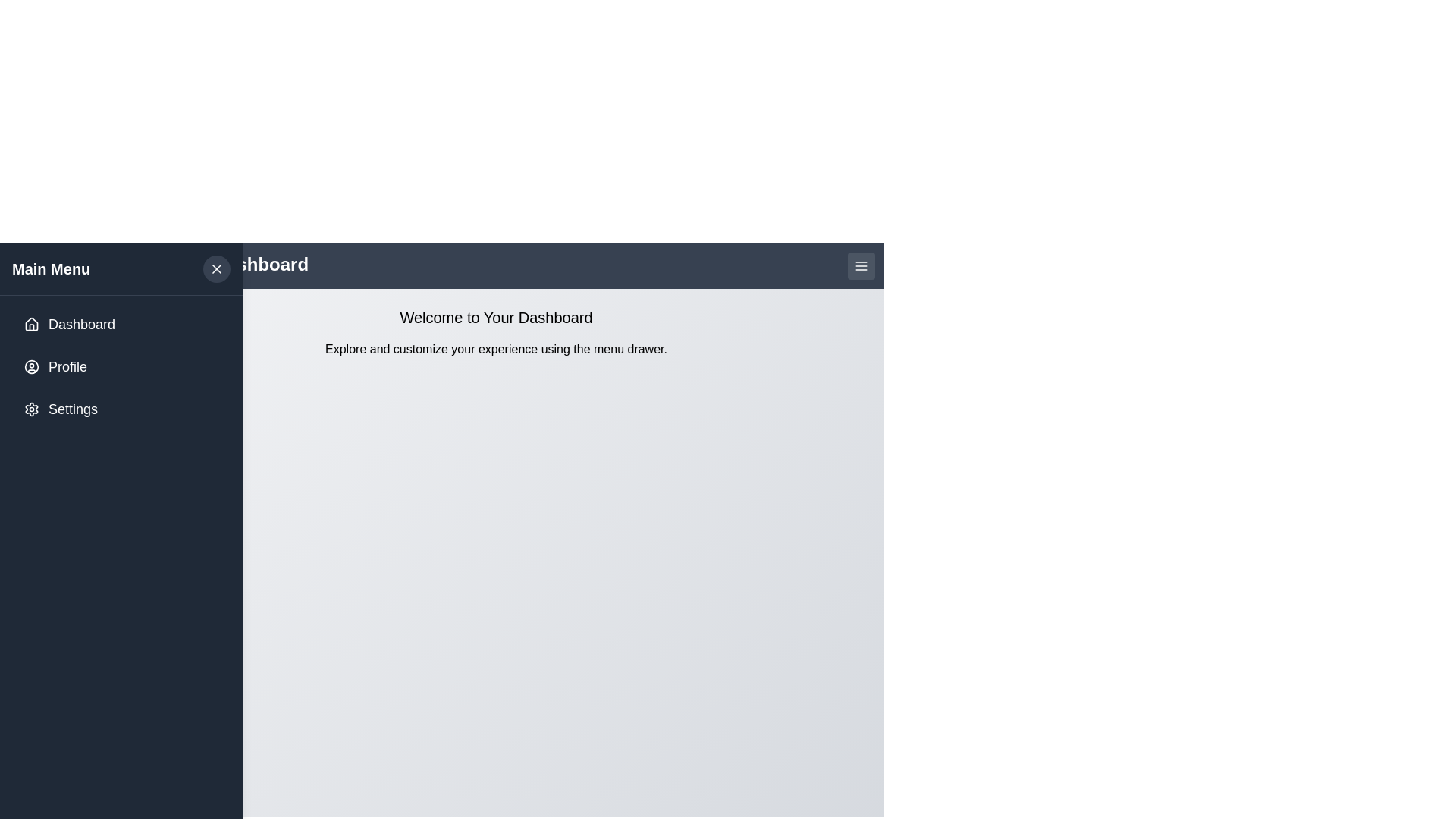 This screenshot has width=1456, height=819. I want to click on text from the sidebar menu title label located at the top-left corner of the sidebar, so click(51, 268).